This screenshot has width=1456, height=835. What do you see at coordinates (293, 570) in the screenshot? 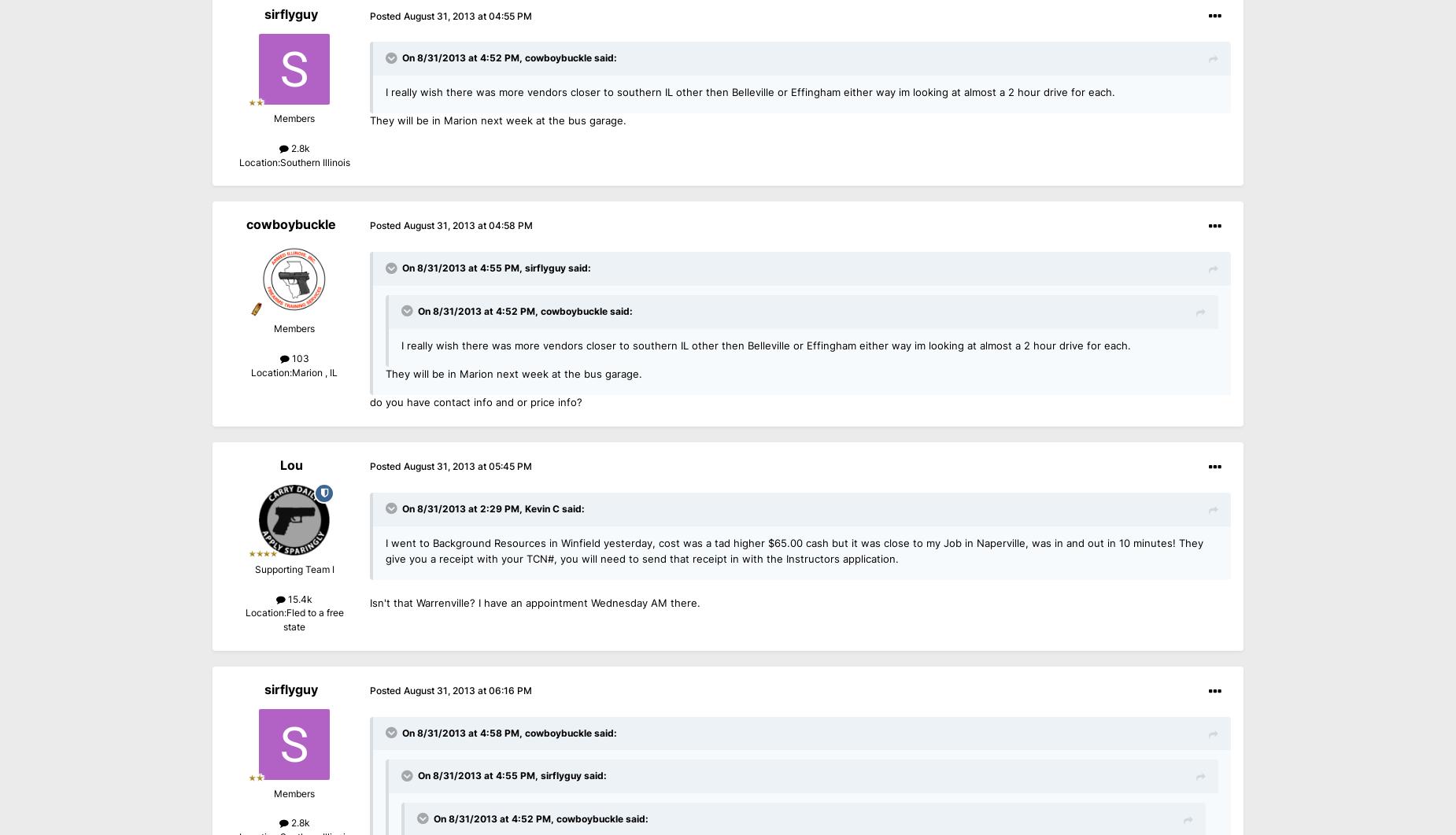
I see `'Supporting Team I'` at bounding box center [293, 570].